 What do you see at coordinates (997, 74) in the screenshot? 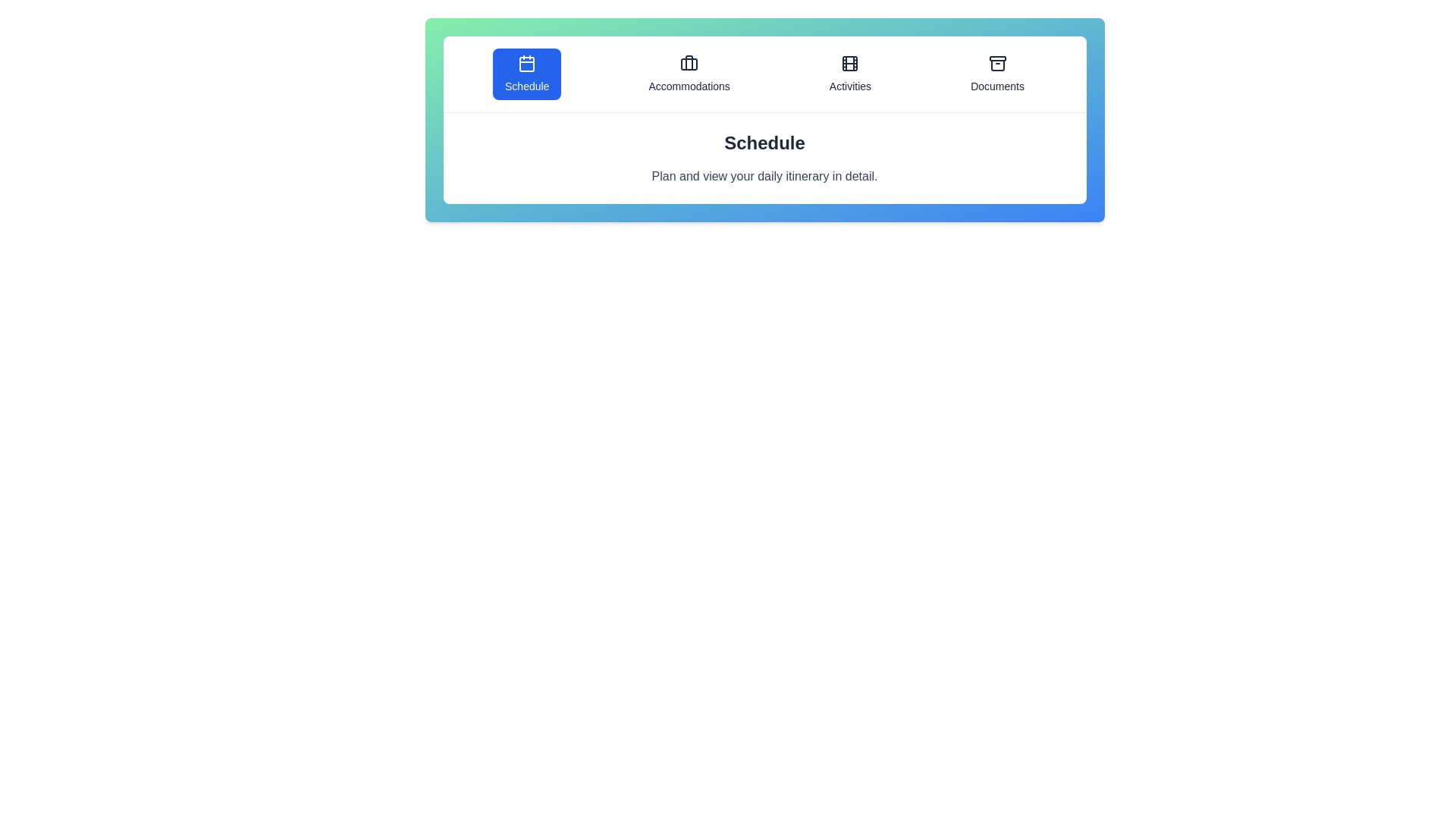
I see `the tab icon labeled Documents to display its tooltip` at bounding box center [997, 74].